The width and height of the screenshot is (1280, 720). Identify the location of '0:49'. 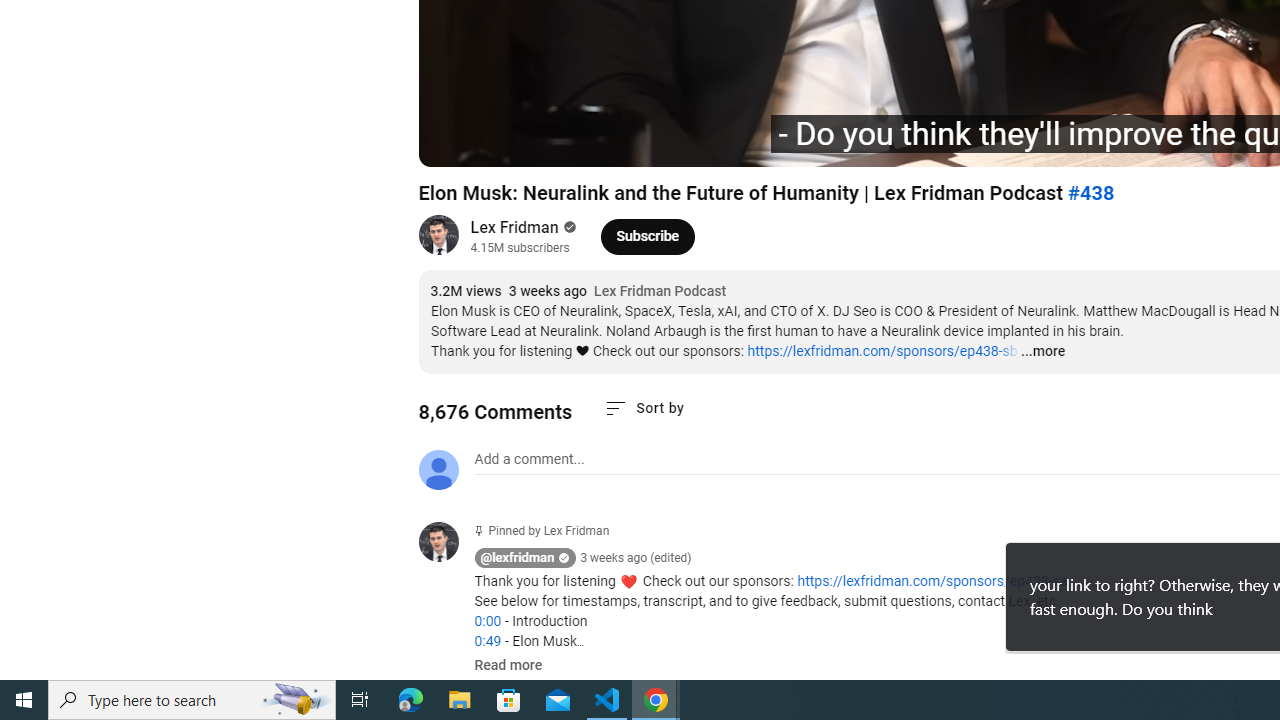
(487, 641).